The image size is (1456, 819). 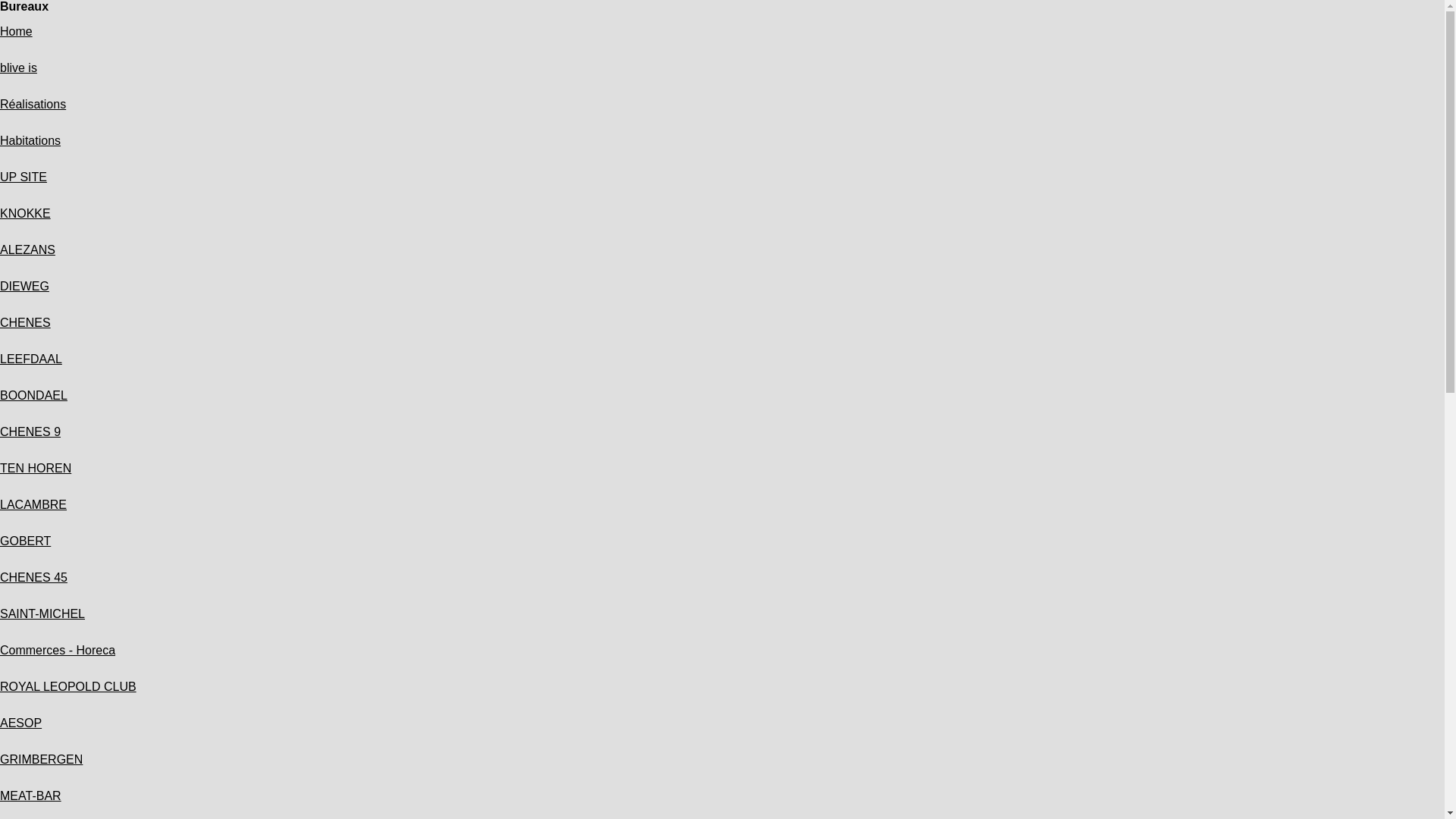 What do you see at coordinates (25, 213) in the screenshot?
I see `'KNOKKE'` at bounding box center [25, 213].